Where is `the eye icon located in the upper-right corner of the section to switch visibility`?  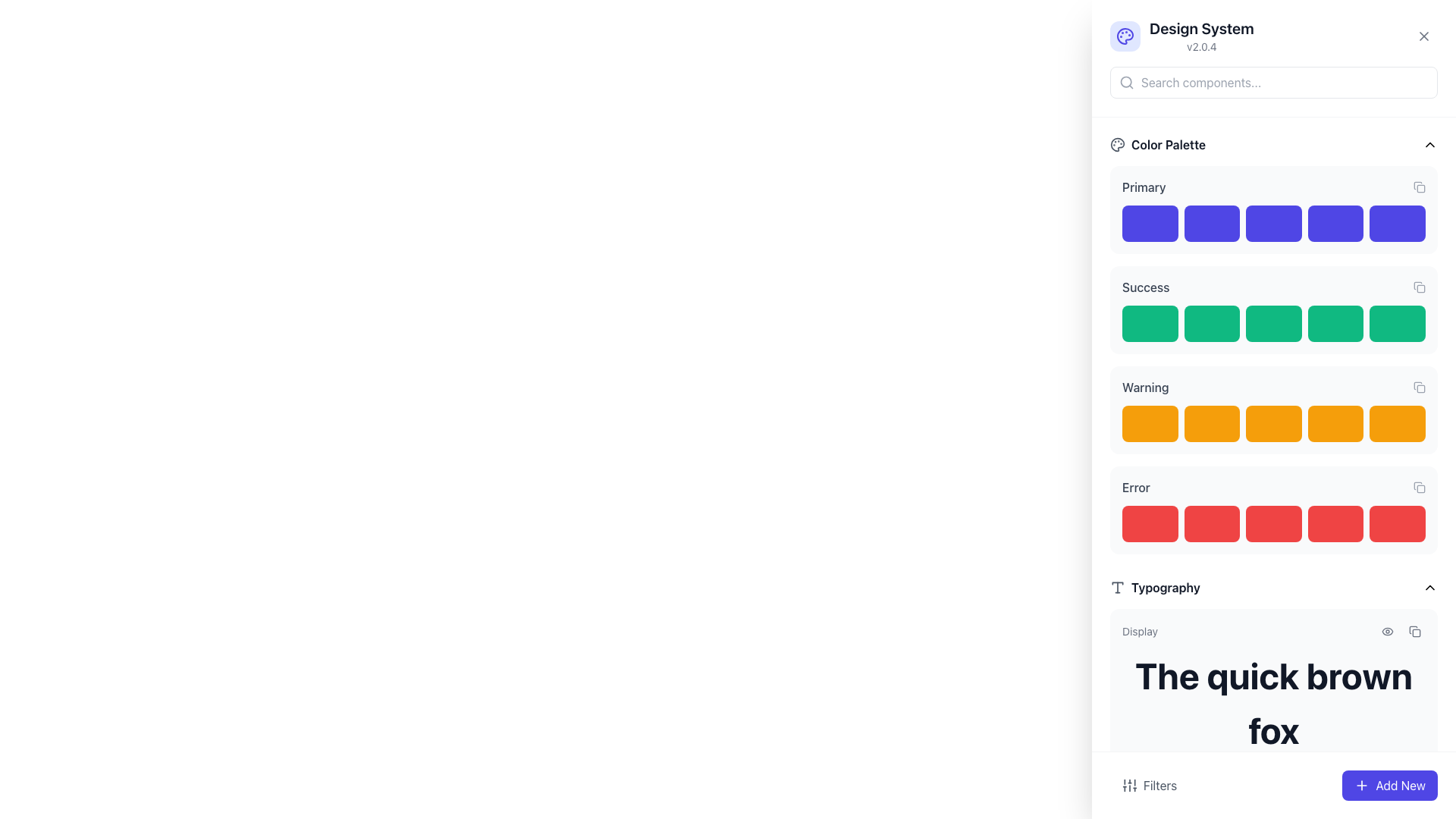 the eye icon located in the upper-right corner of the section to switch visibility is located at coordinates (1387, 632).